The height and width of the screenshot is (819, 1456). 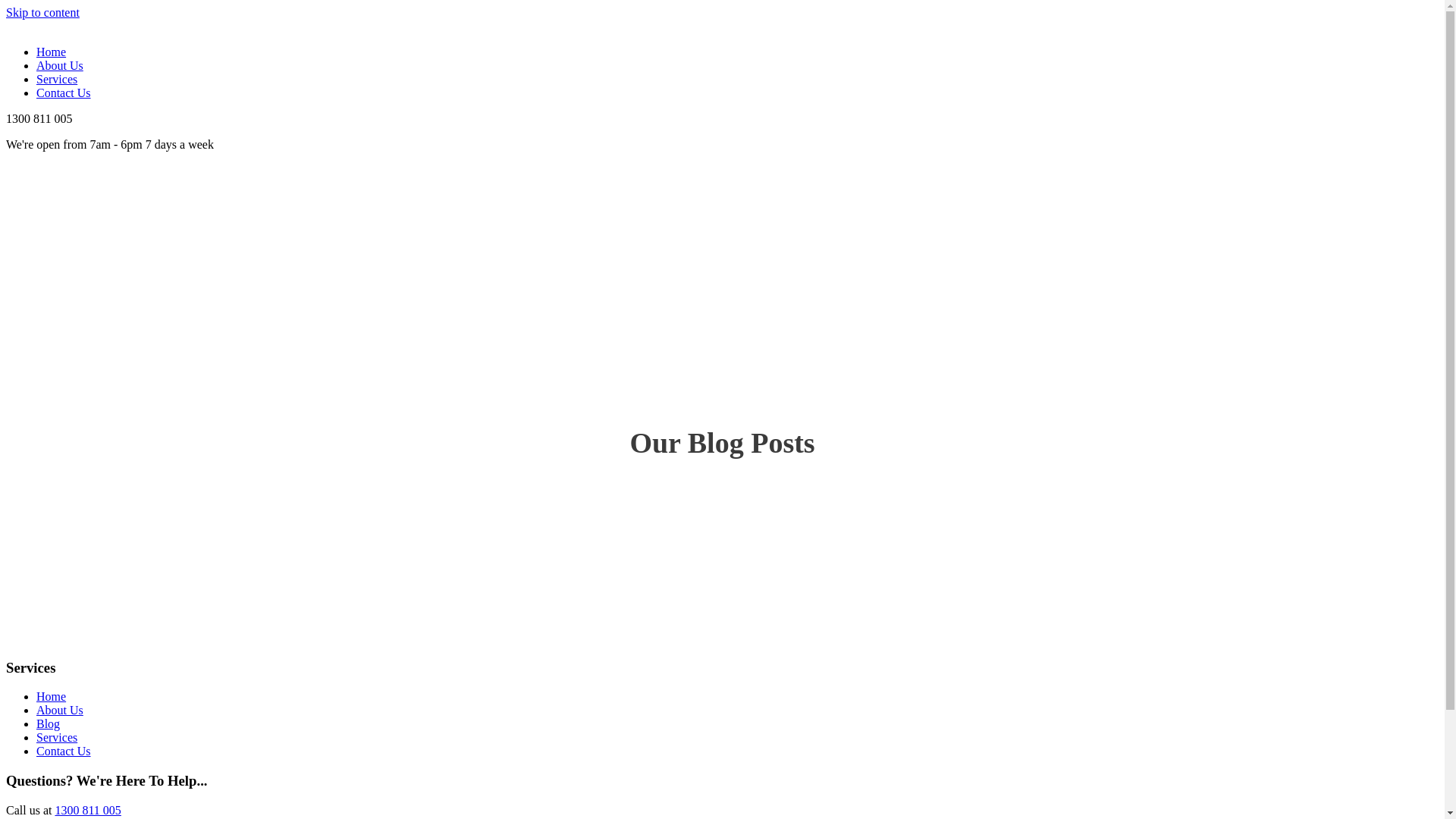 I want to click on 'Home', so click(x=51, y=51).